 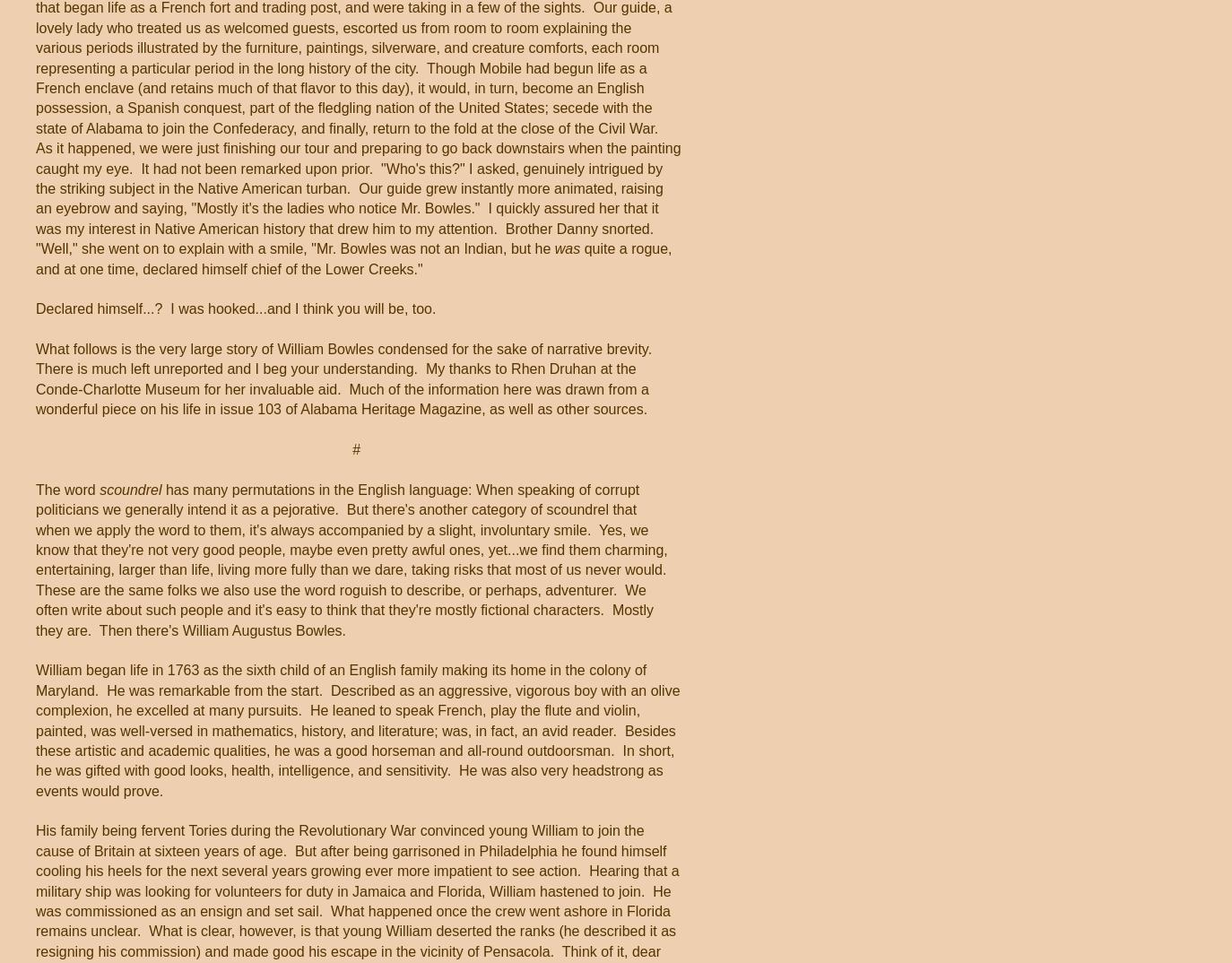 What do you see at coordinates (66, 488) in the screenshot?
I see `'The word'` at bounding box center [66, 488].